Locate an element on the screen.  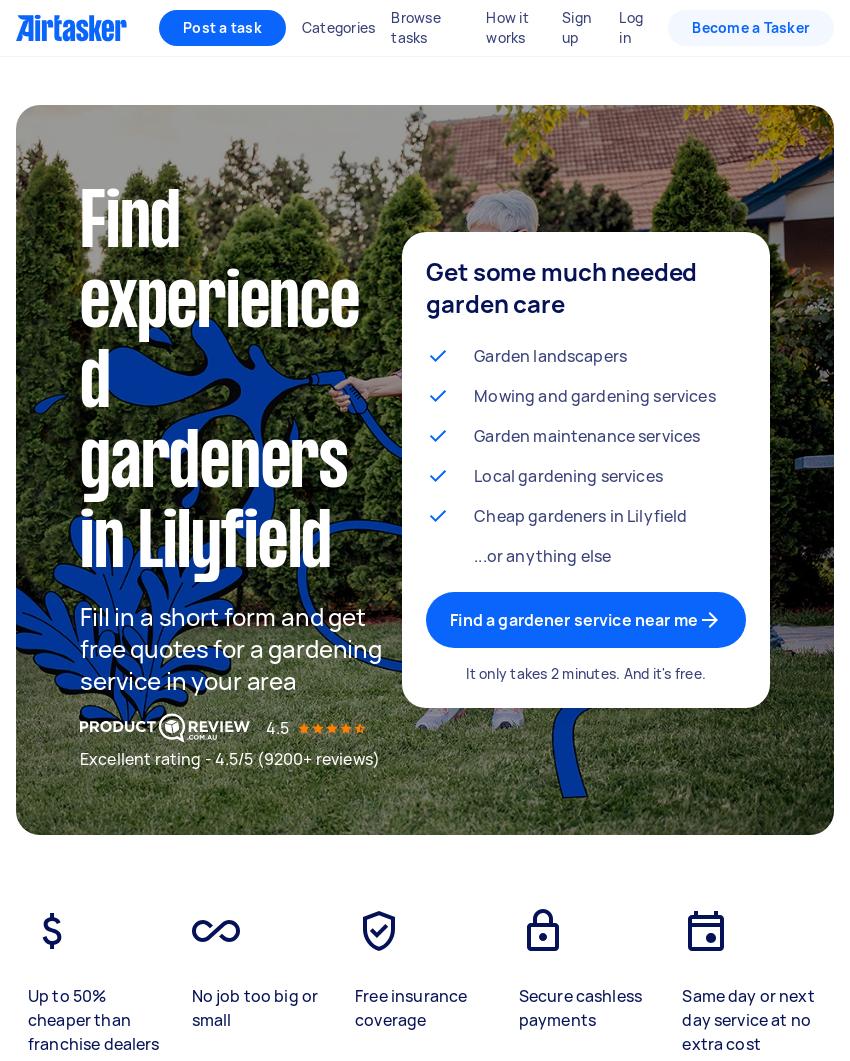
'Post a task' is located at coordinates (222, 27).